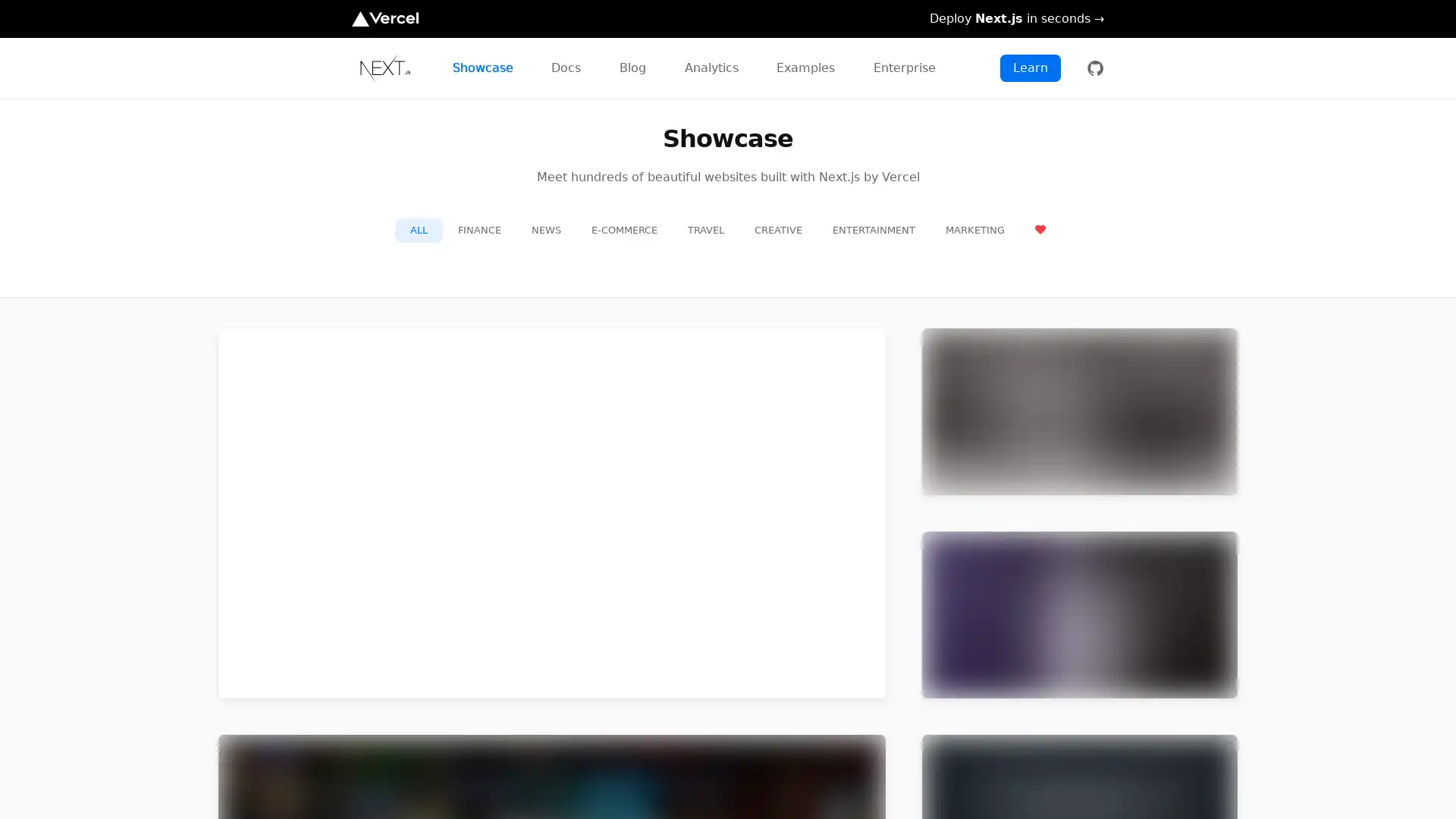 The width and height of the screenshot is (1456, 819). What do you see at coordinates (1079, 411) in the screenshot?
I see `preview for Netflix Jobs Netflix Jobs https://jobs.netflix.com` at bounding box center [1079, 411].